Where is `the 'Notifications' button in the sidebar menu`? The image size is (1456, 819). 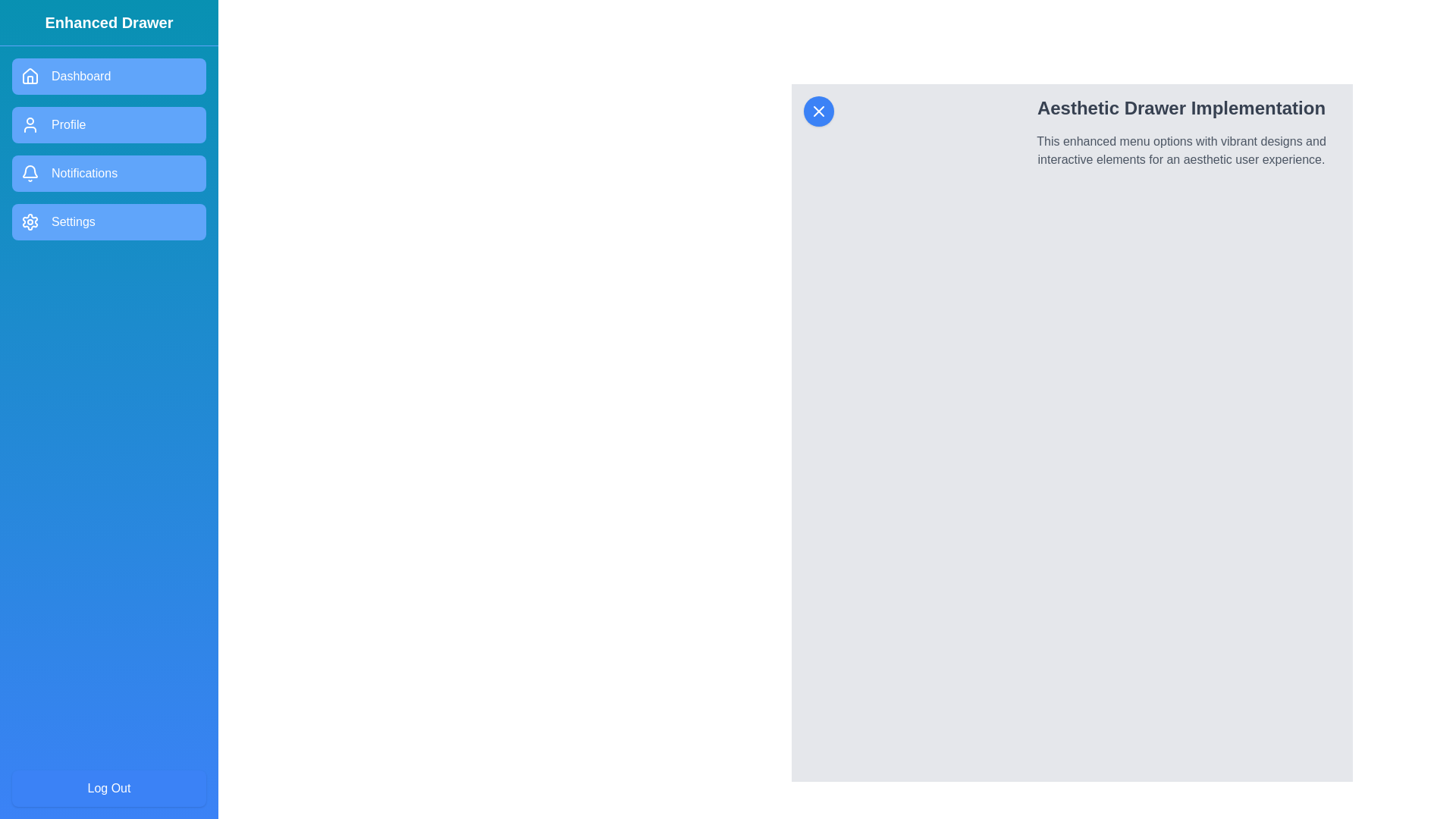
the 'Notifications' button in the sidebar menu is located at coordinates (108, 172).